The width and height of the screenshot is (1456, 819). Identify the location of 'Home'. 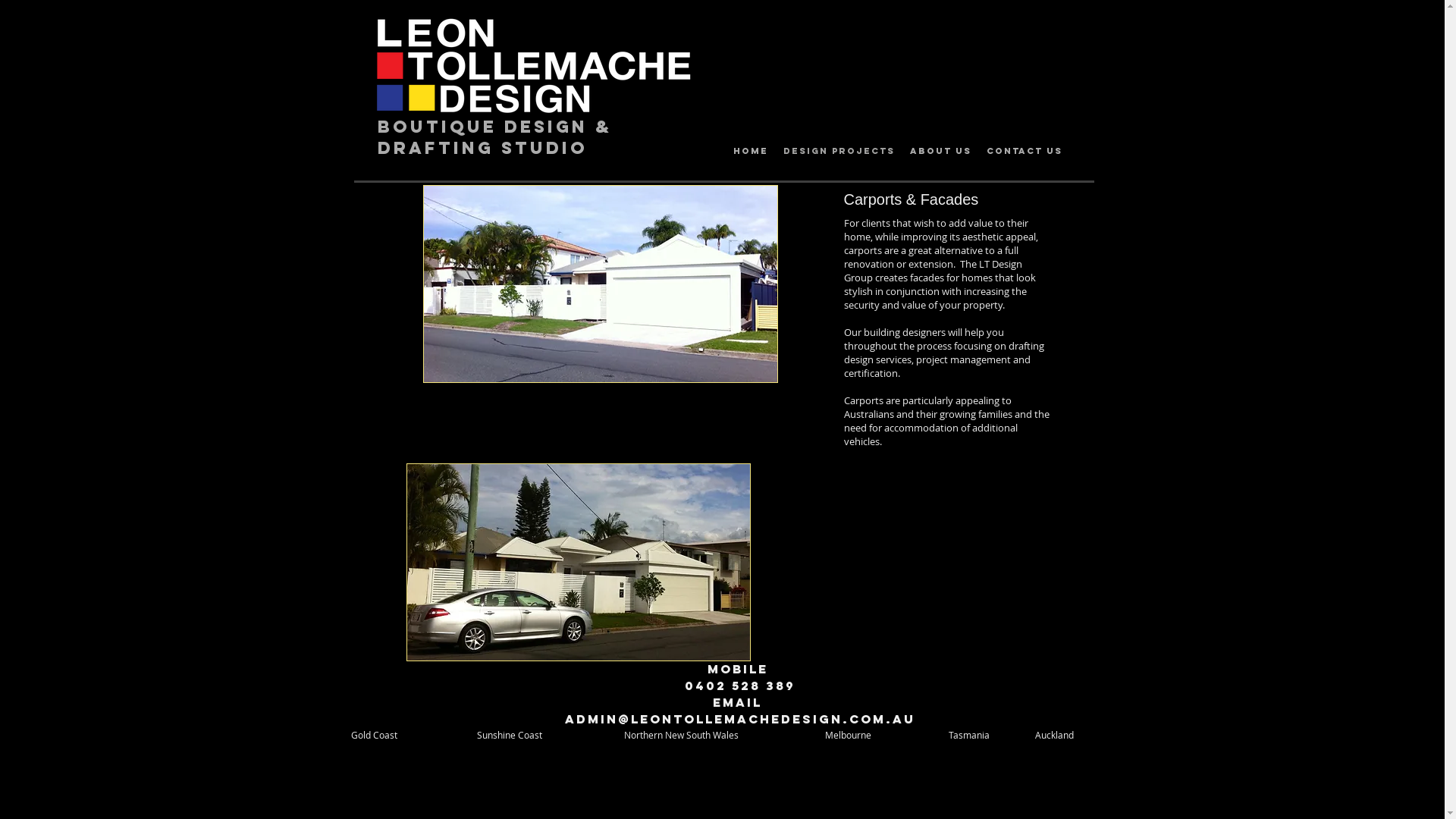
(749, 151).